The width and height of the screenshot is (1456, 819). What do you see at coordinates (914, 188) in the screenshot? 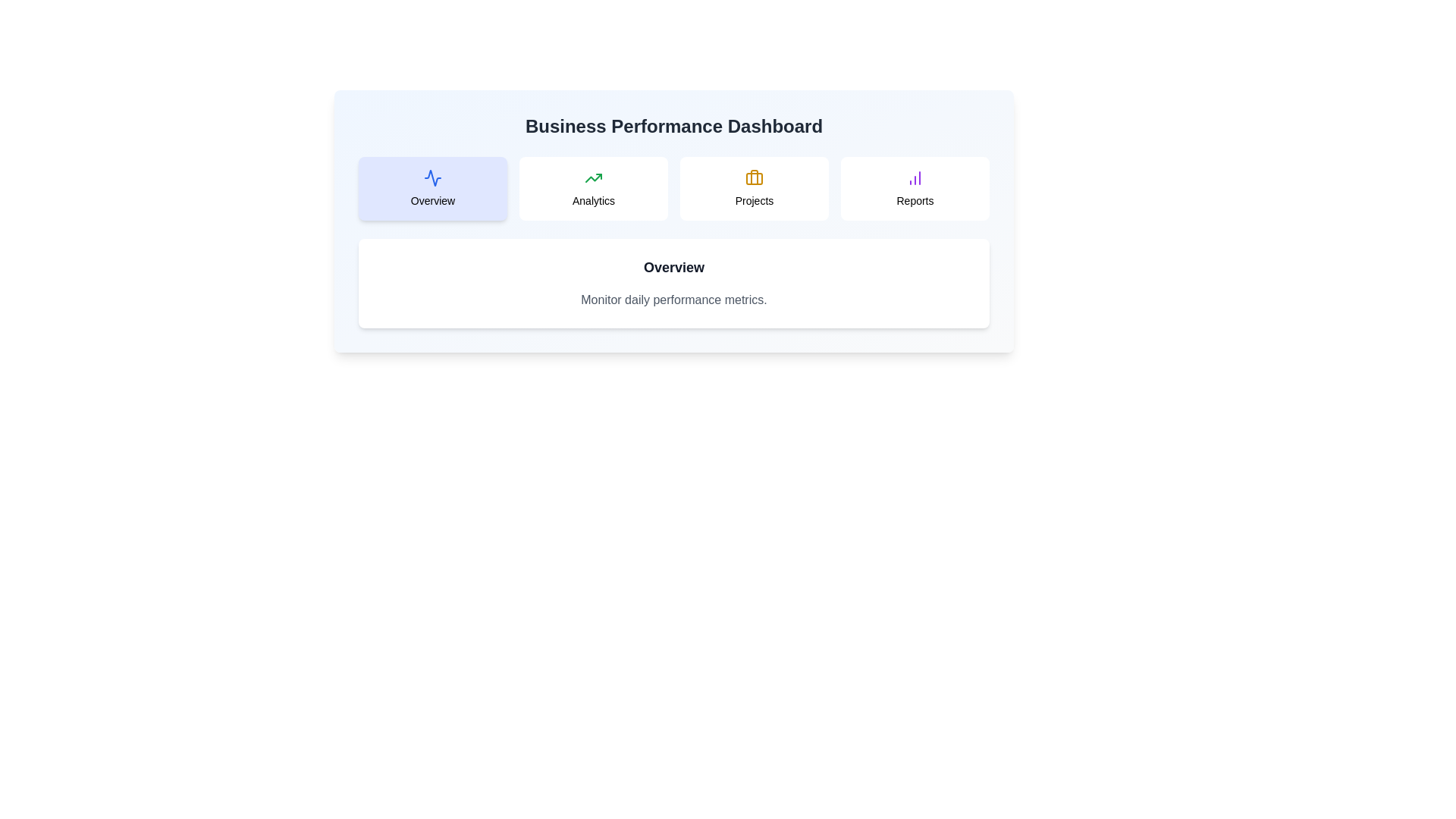
I see `the tab corresponding to Reports to display hover feedback` at bounding box center [914, 188].